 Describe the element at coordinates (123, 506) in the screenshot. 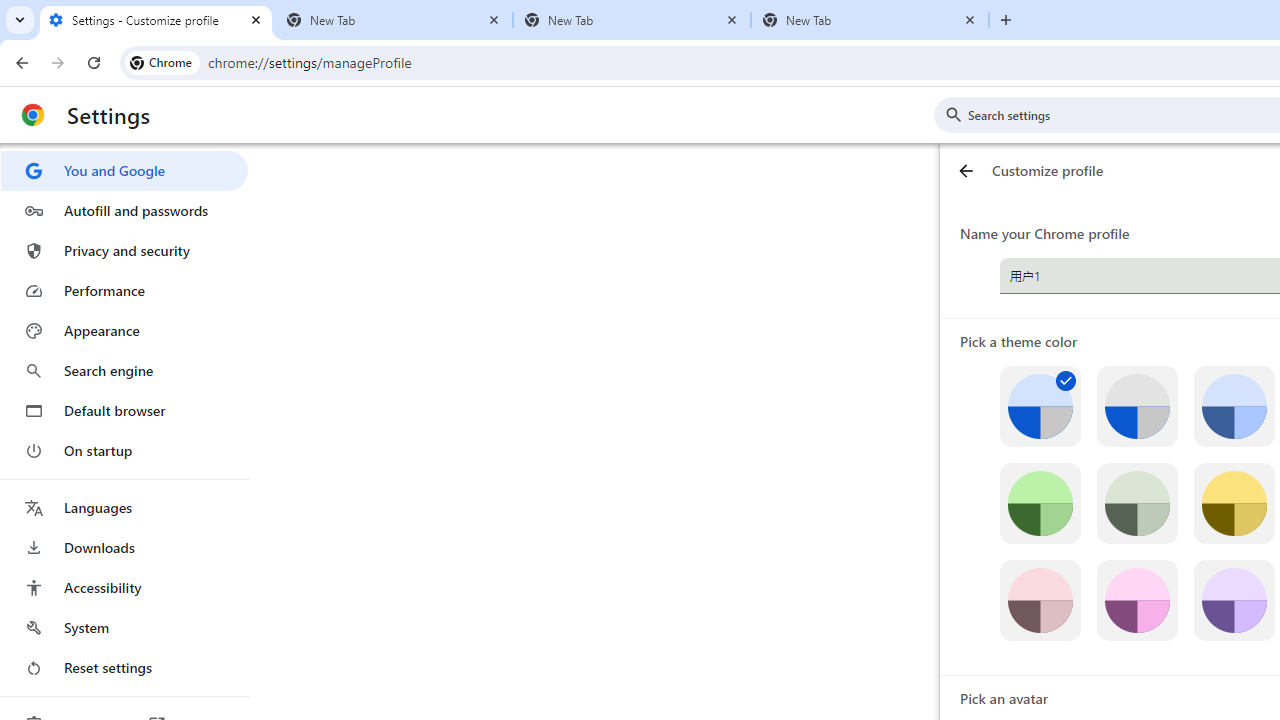

I see `'Languages'` at that location.